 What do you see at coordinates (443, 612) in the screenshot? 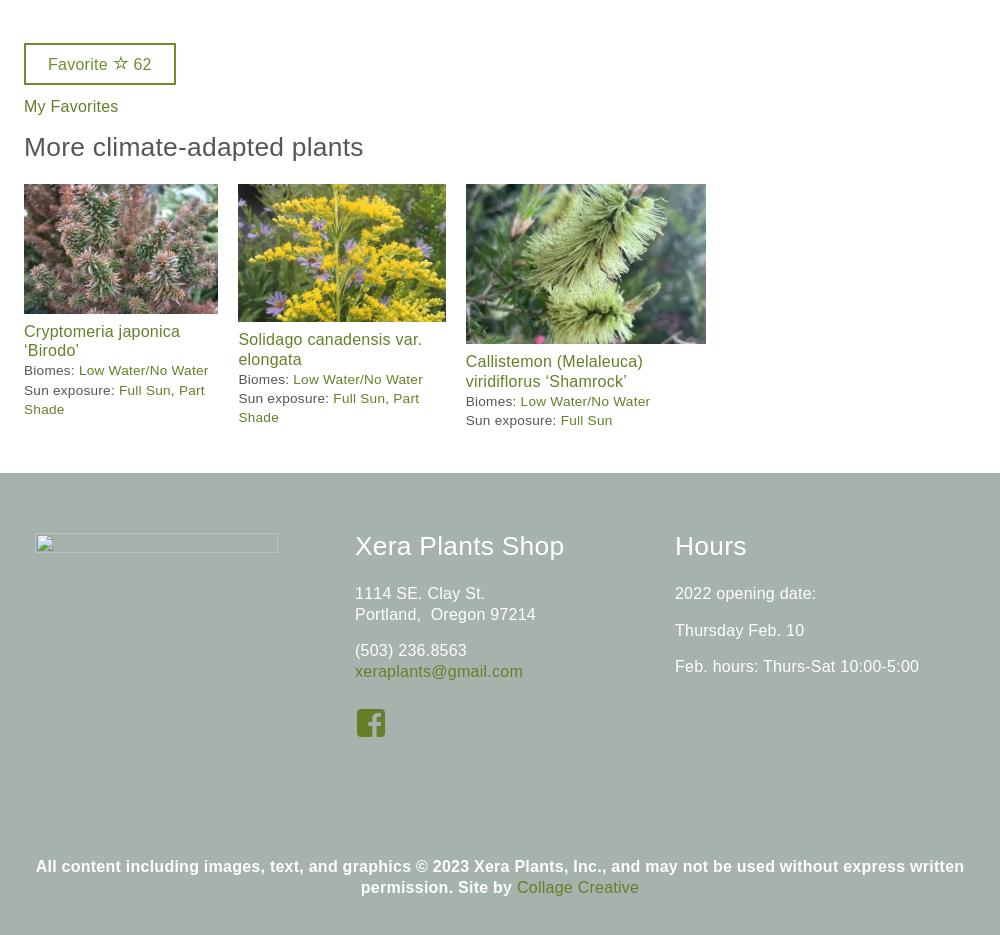
I see `'Portland,  Oregon 97214'` at bounding box center [443, 612].